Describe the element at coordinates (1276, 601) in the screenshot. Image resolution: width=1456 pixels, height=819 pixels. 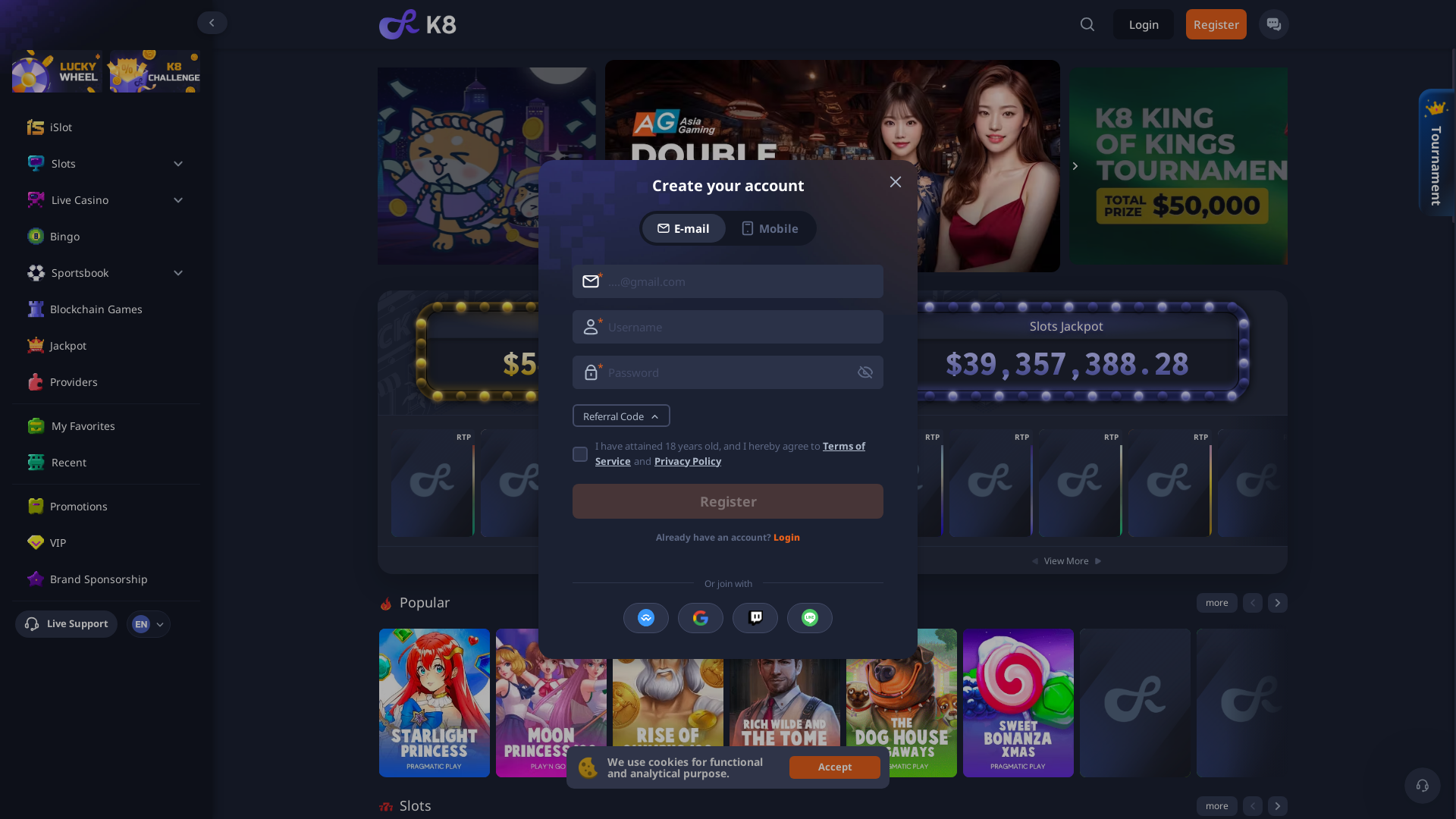
I see `'next'` at that location.